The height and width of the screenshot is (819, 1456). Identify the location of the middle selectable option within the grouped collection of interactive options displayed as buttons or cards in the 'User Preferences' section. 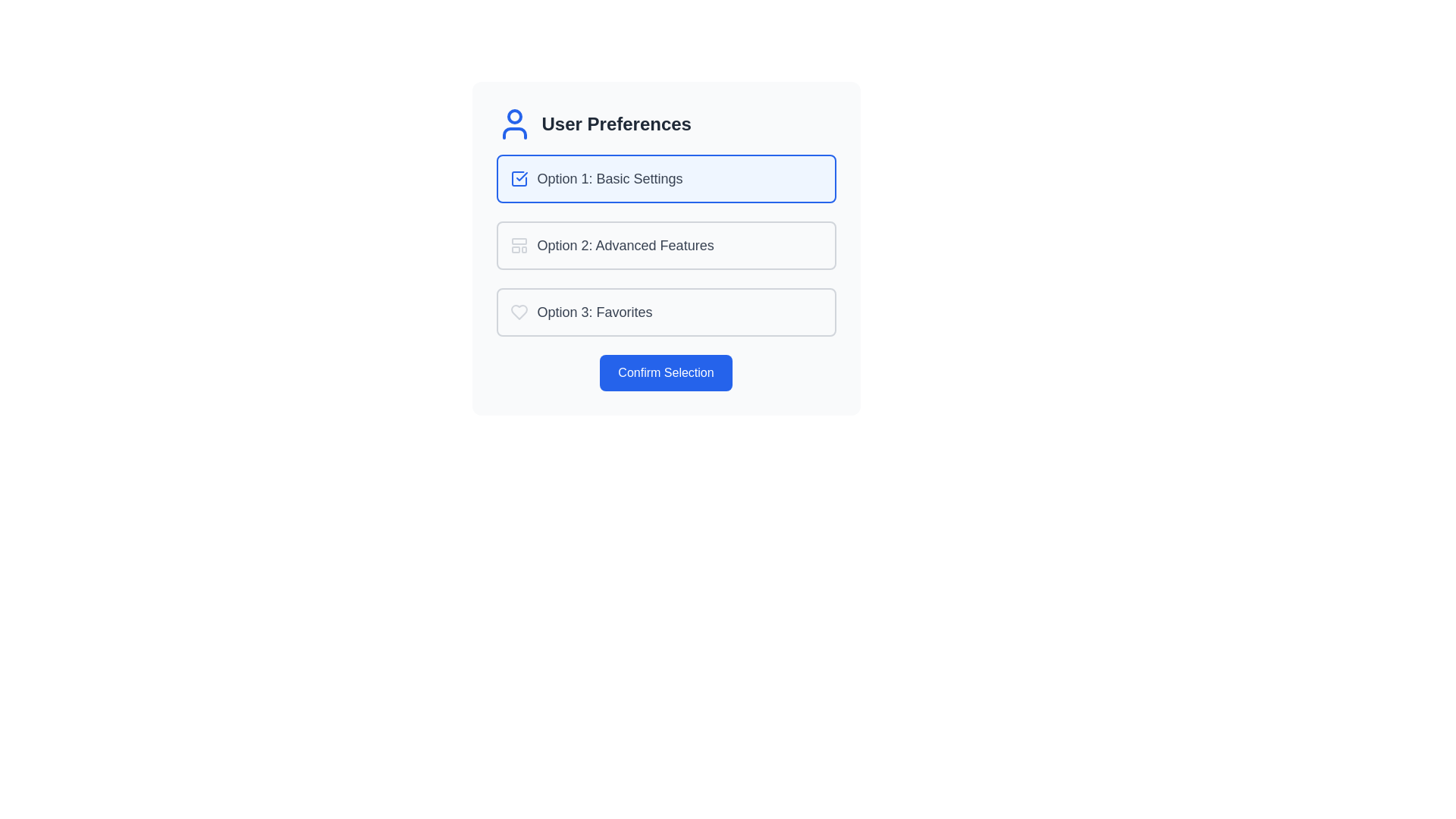
(666, 245).